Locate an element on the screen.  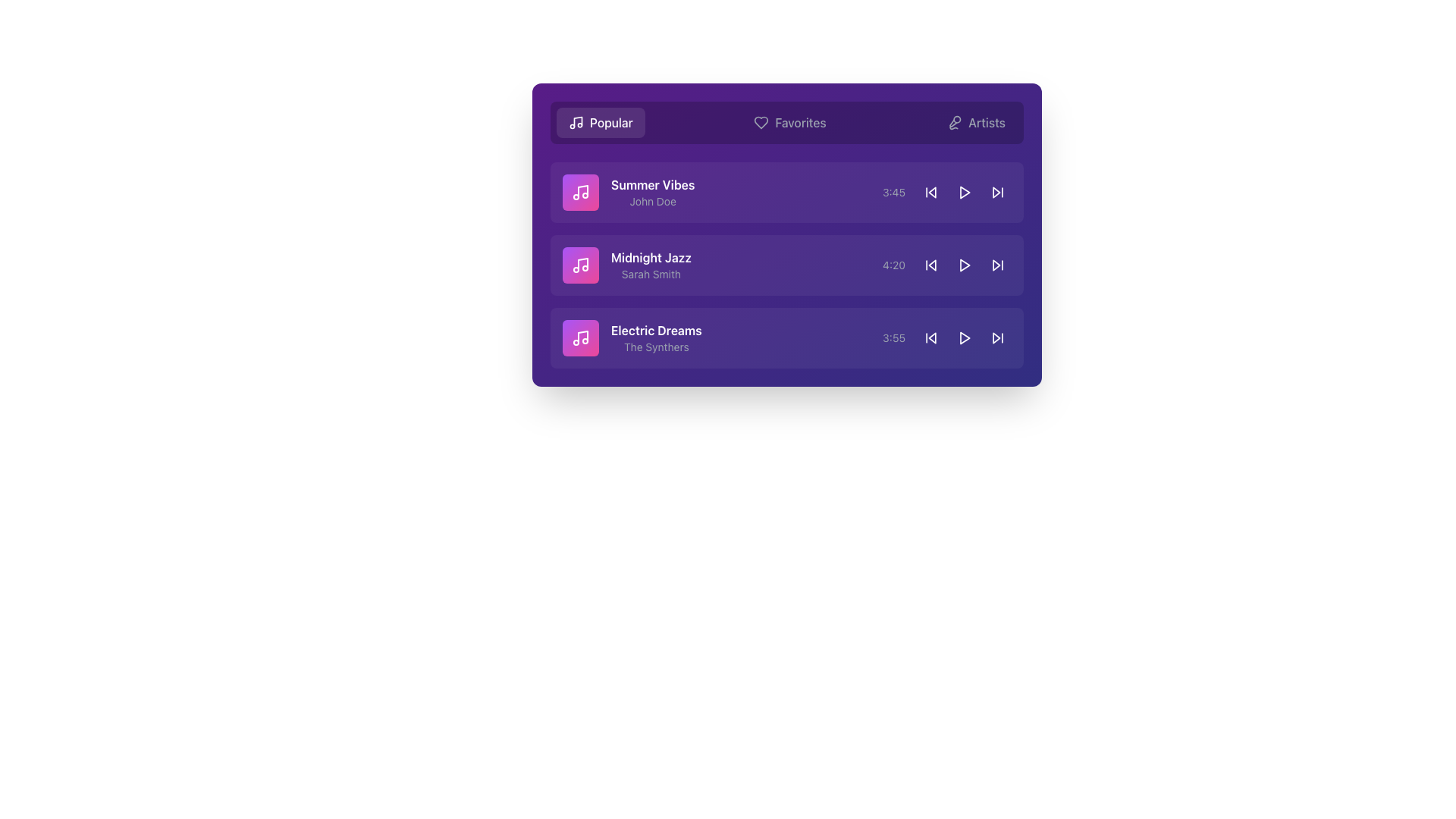
the leftward-facing triangle icon button located in the control bar to skip back to the previous track in the playlist is located at coordinates (931, 337).